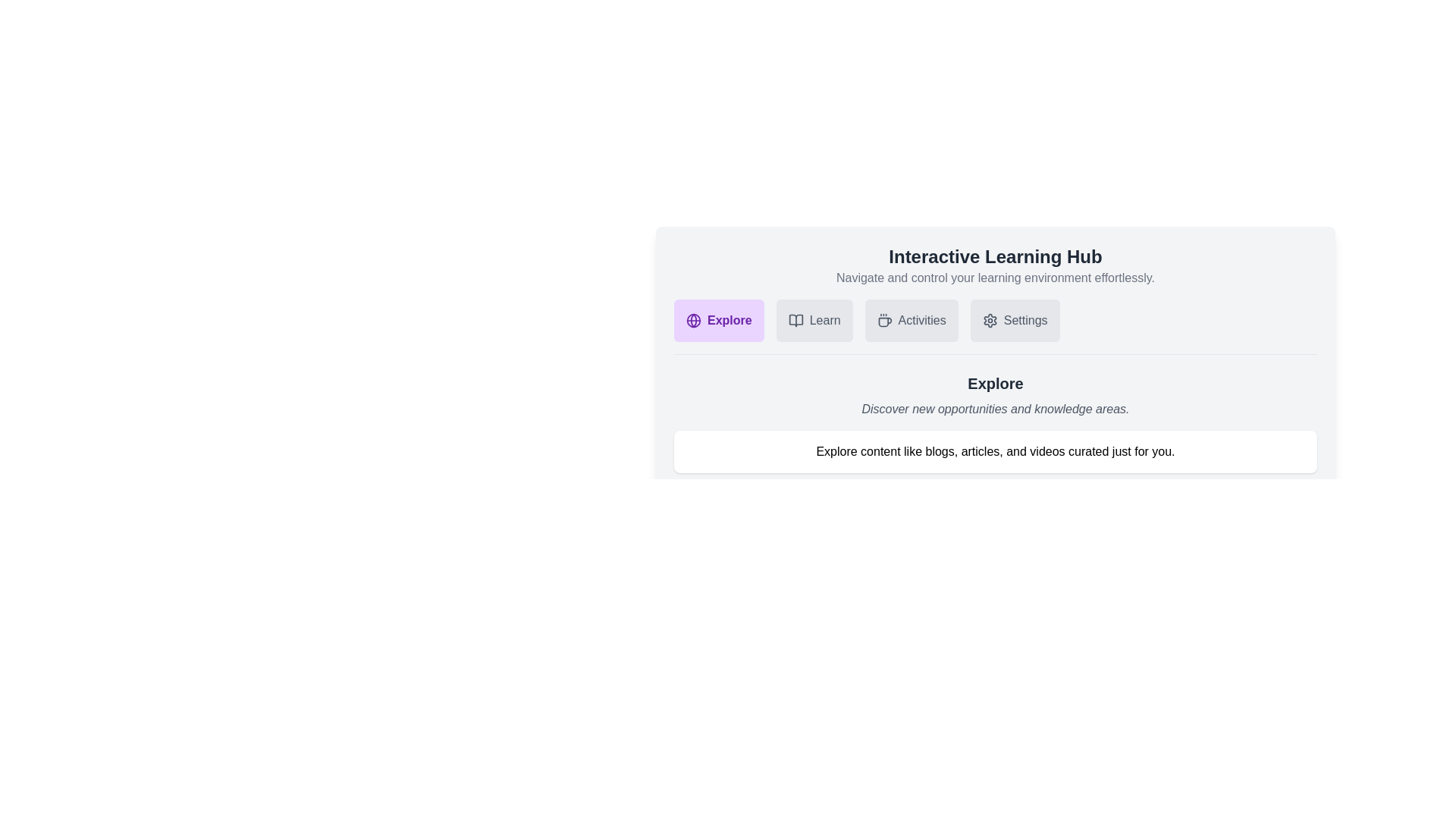 The width and height of the screenshot is (1456, 819). What do you see at coordinates (693, 320) in the screenshot?
I see `the globe icon located to the left of the 'Explore' text in the button group for exploration-related actions` at bounding box center [693, 320].